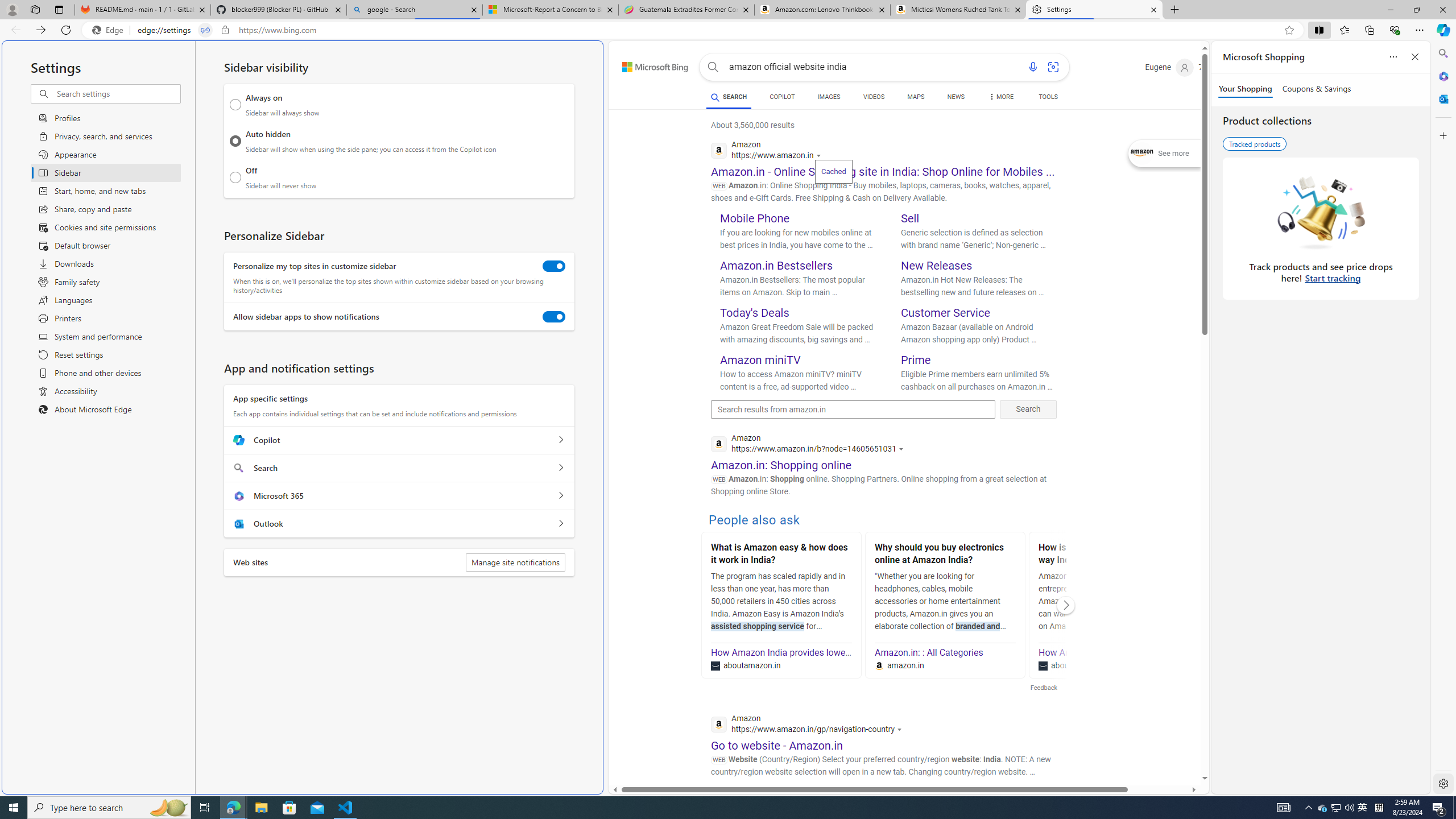 The height and width of the screenshot is (819, 1456). Describe the element at coordinates (515, 562) in the screenshot. I see `'Manage site notifications'` at that location.